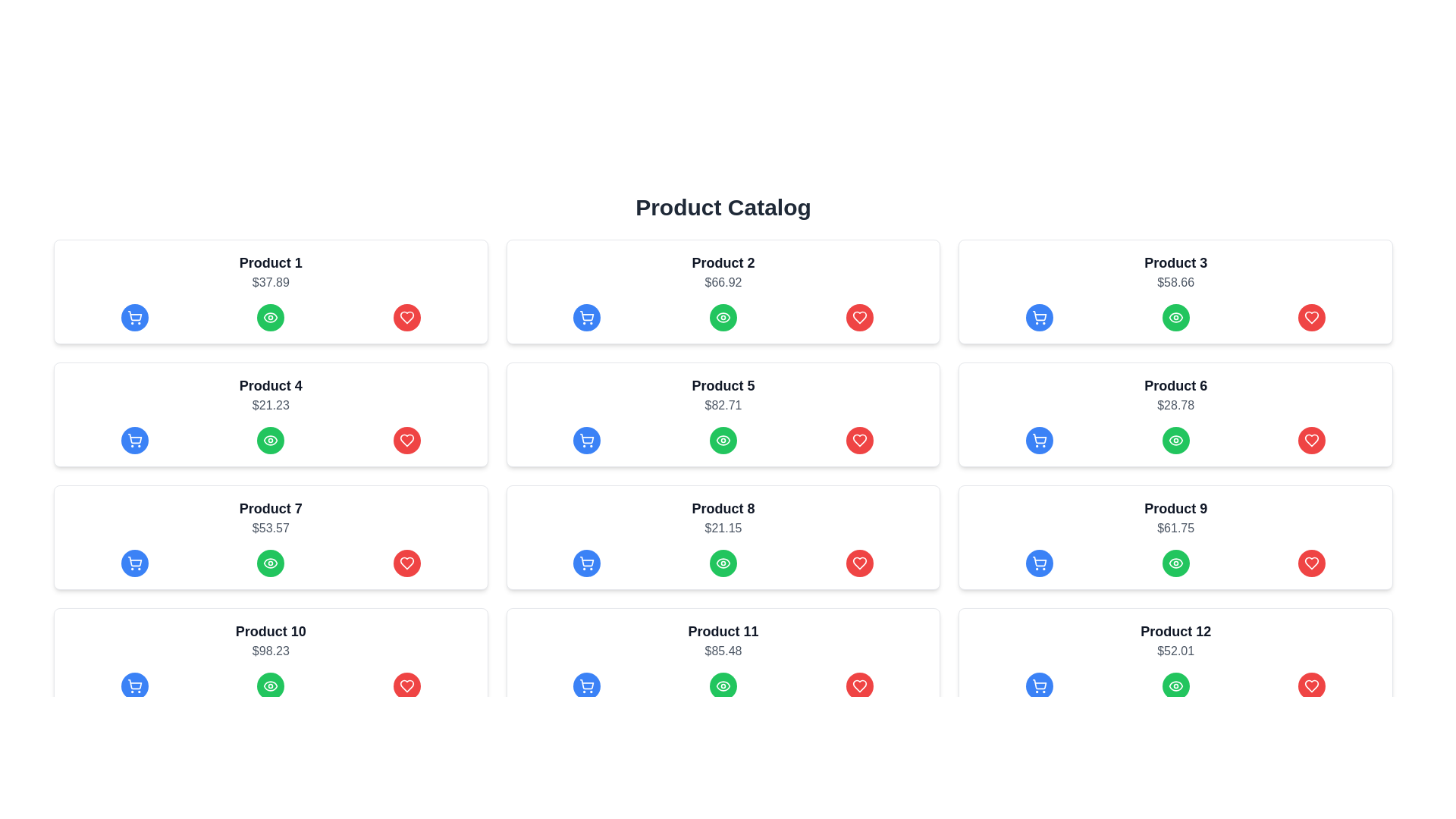 The width and height of the screenshot is (1456, 819). I want to click on the circular red button with a white heart icon located in the 'Product 1' card, so click(406, 317).